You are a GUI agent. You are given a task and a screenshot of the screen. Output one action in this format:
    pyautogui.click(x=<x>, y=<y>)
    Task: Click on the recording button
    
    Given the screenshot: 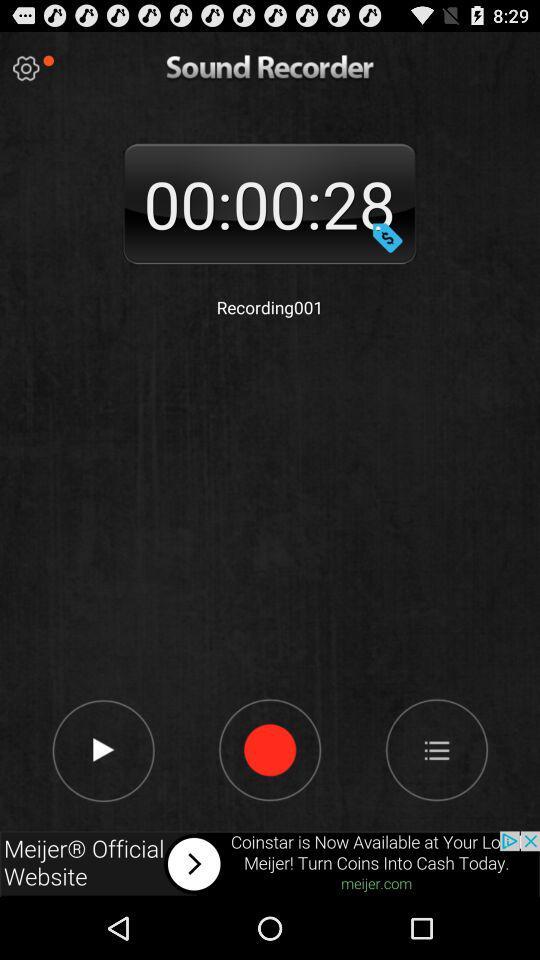 What is the action you would take?
    pyautogui.click(x=269, y=748)
    